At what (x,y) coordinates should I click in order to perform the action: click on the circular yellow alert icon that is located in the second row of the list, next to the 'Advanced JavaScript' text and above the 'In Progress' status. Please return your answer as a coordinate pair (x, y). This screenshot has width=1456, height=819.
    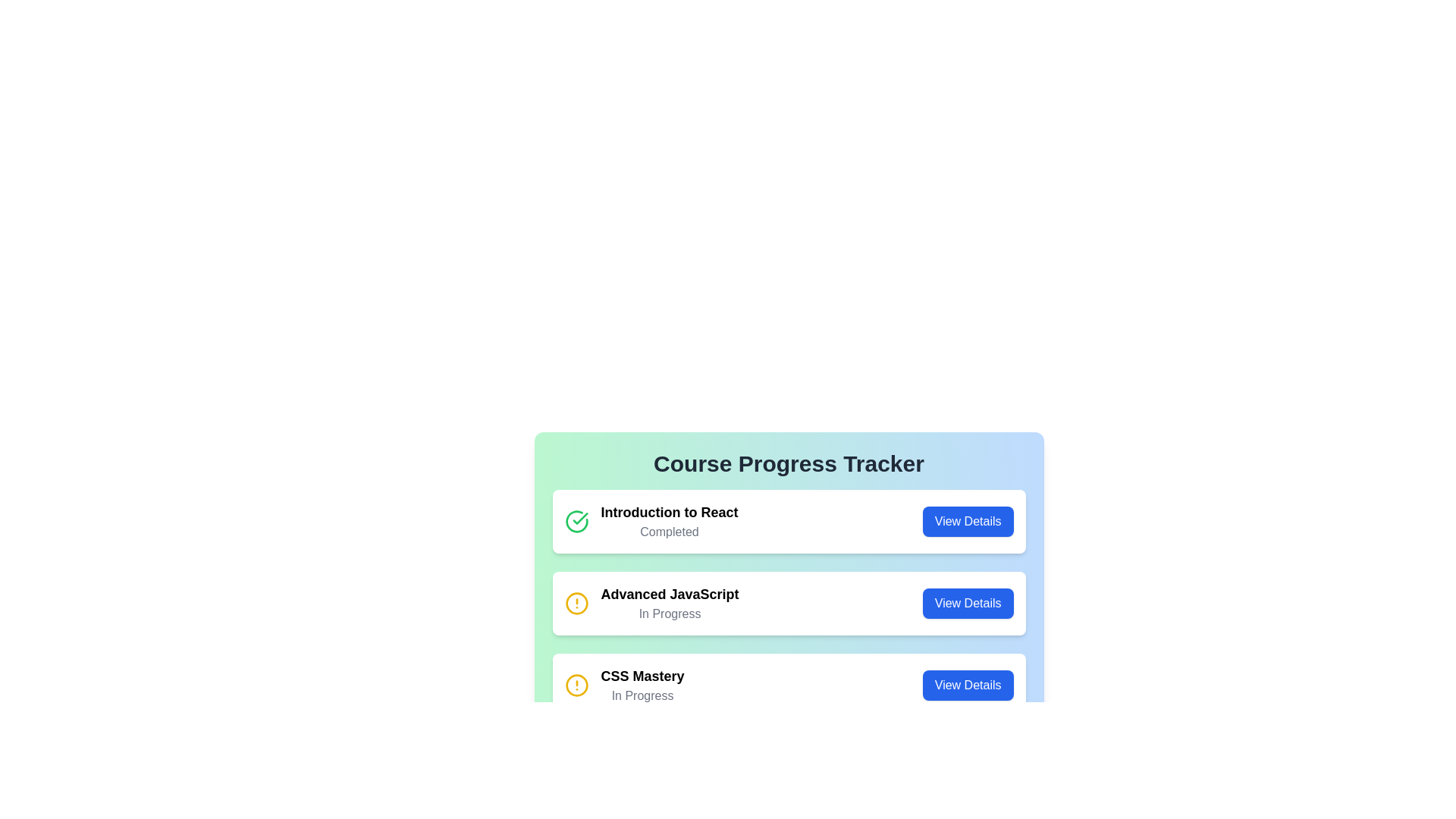
    Looking at the image, I should click on (576, 602).